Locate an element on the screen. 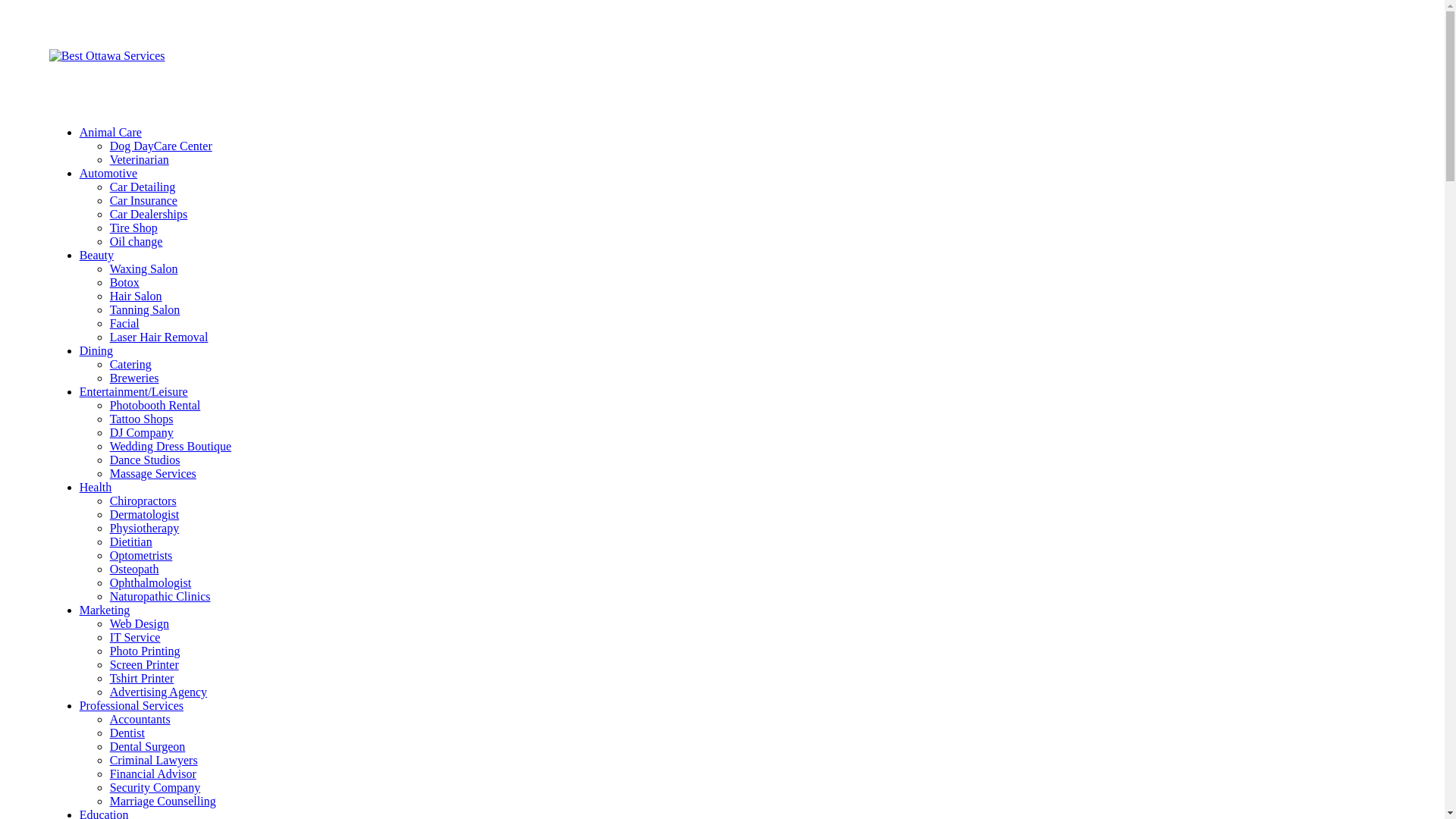  'Beauty' is located at coordinates (96, 254).